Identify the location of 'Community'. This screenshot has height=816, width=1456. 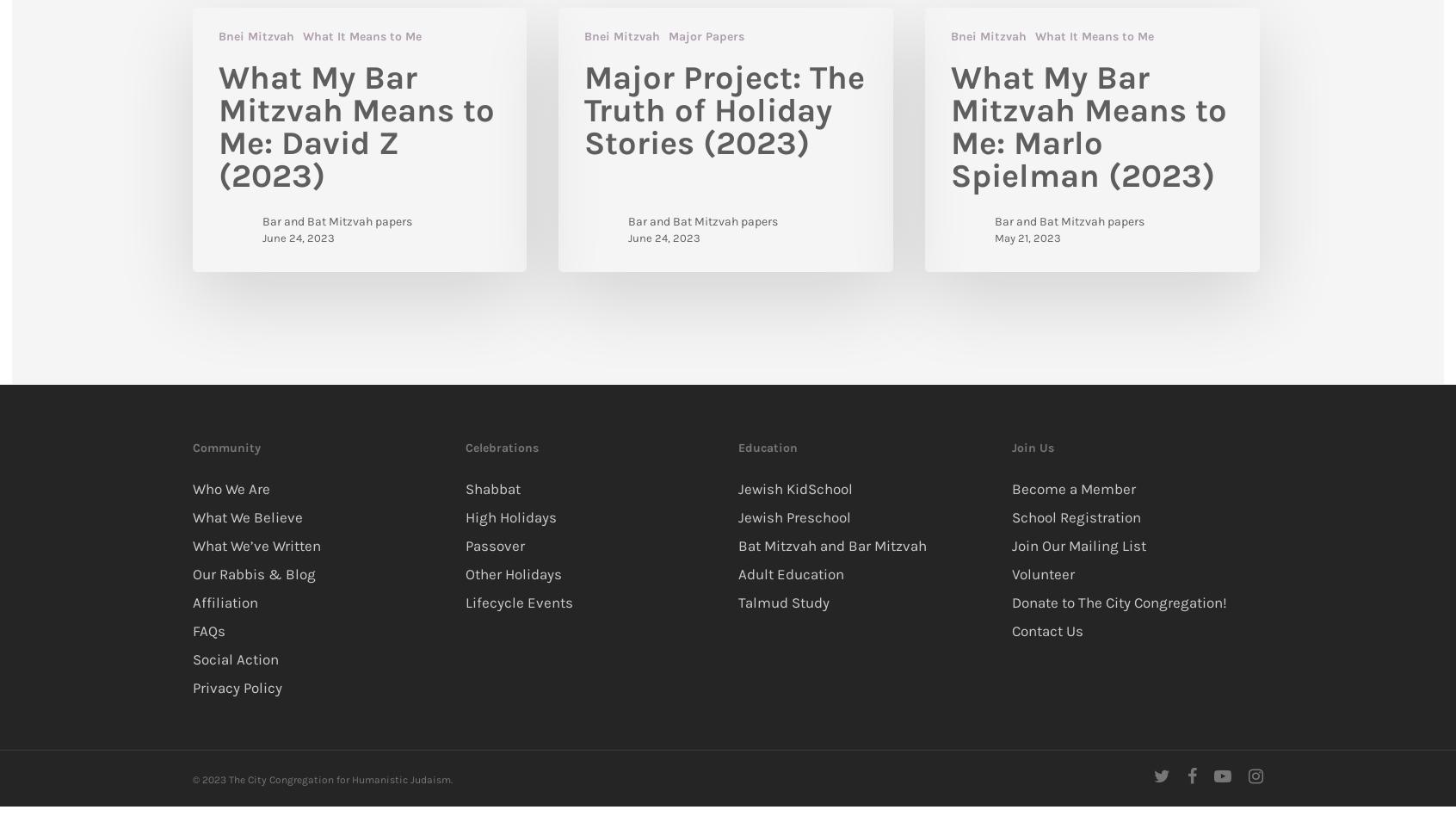
(225, 447).